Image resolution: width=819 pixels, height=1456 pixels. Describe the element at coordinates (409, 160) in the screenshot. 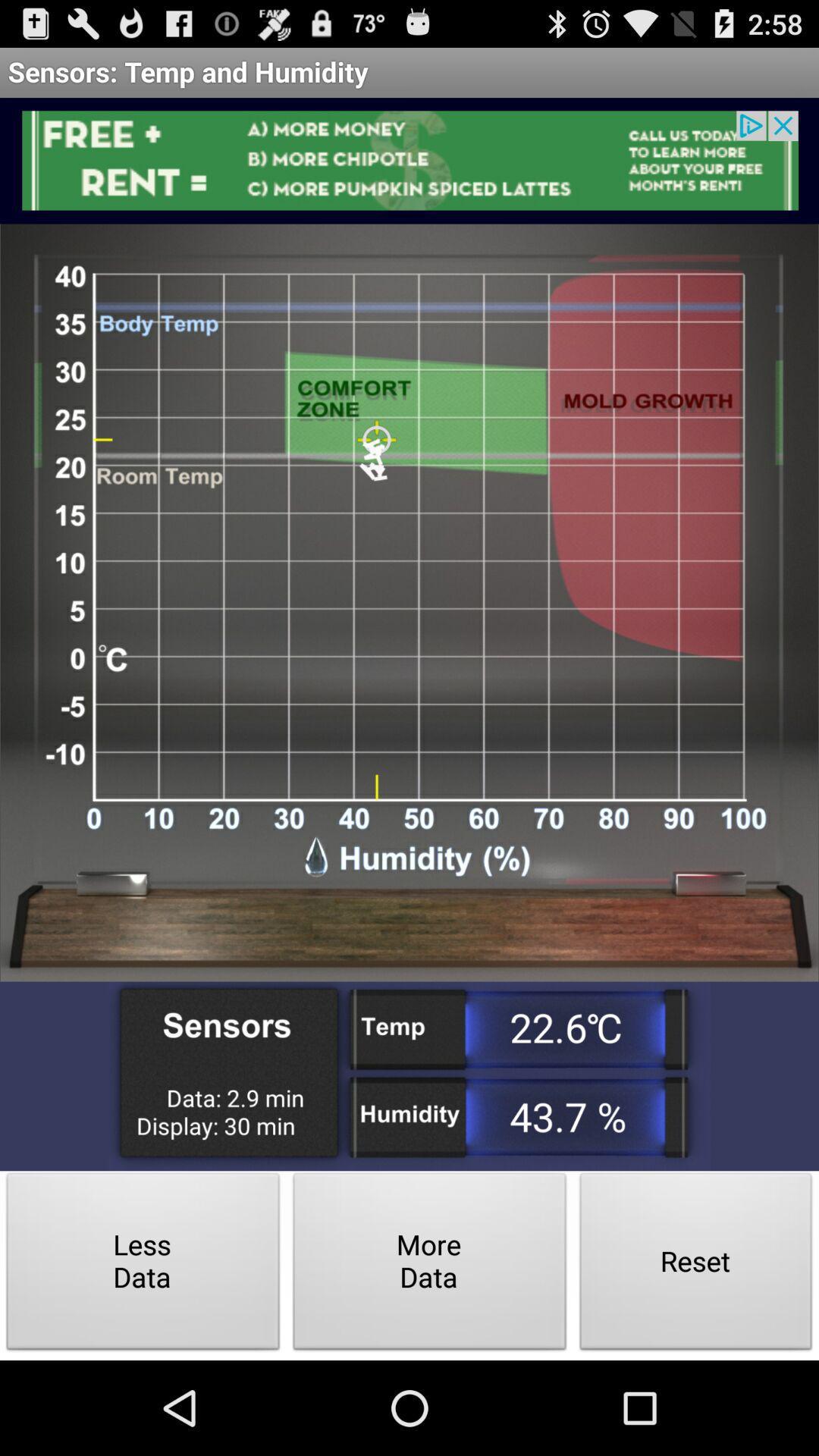

I see `the item below sensors temp and item` at that location.